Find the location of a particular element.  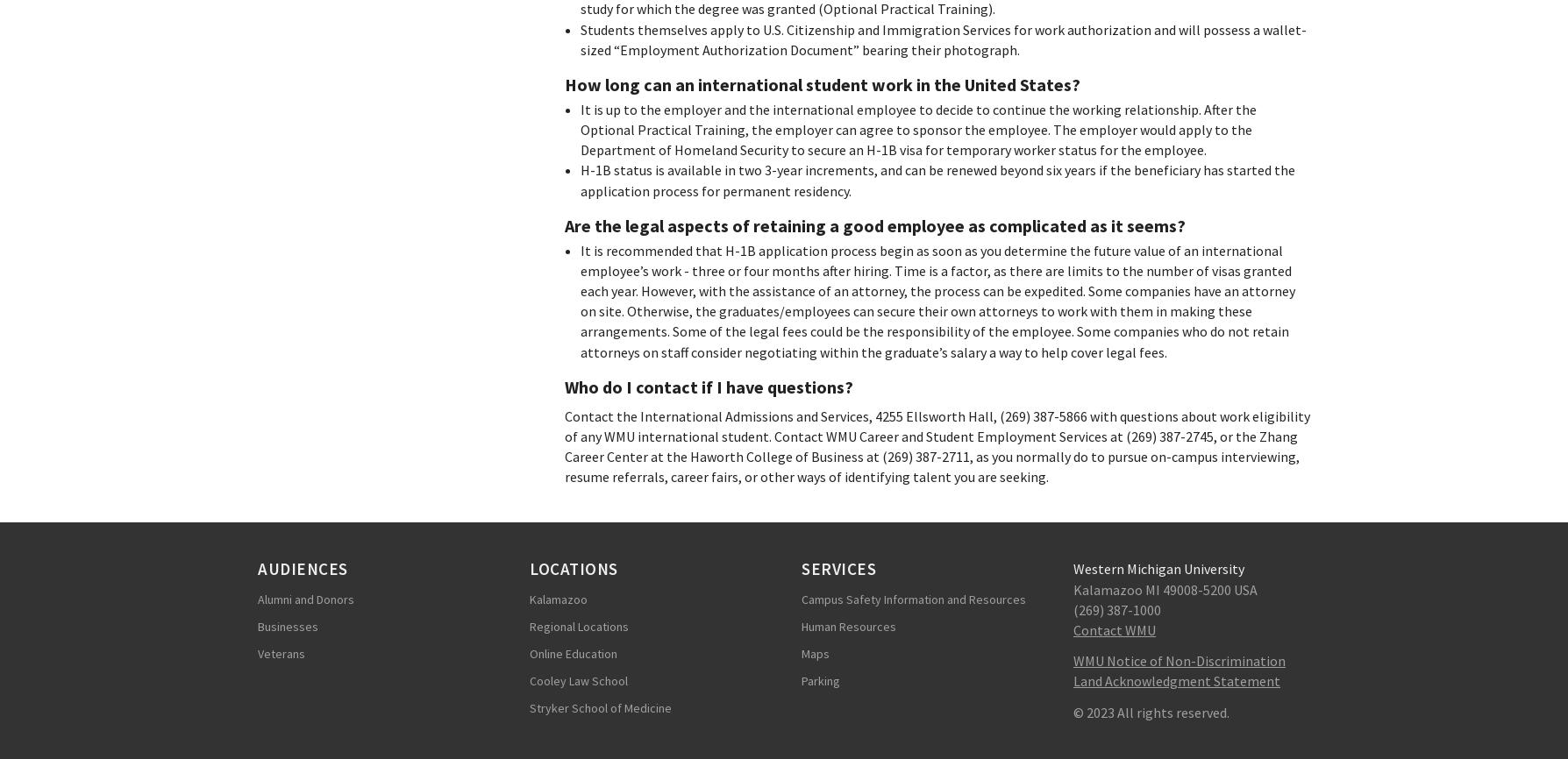

'(269) 387-1000' is located at coordinates (1115, 607).